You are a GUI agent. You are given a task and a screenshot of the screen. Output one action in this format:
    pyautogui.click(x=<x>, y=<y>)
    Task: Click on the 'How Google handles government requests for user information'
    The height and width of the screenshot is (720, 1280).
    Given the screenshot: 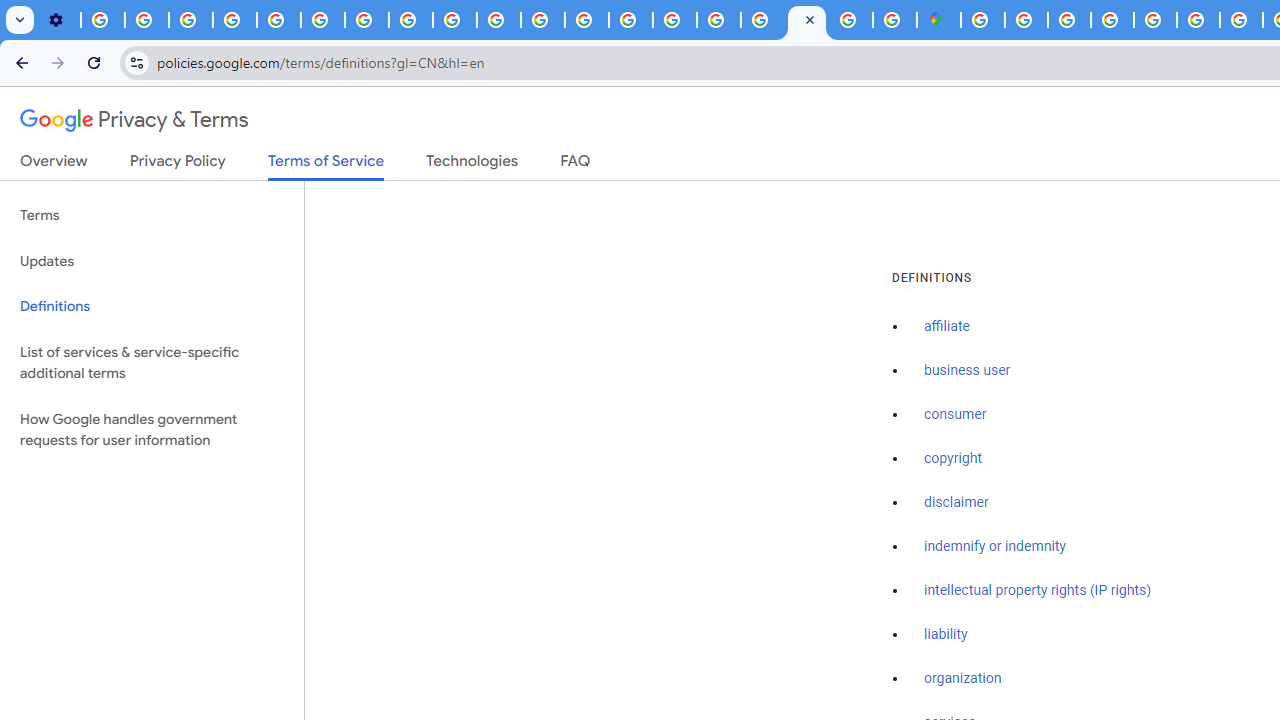 What is the action you would take?
    pyautogui.click(x=151, y=428)
    